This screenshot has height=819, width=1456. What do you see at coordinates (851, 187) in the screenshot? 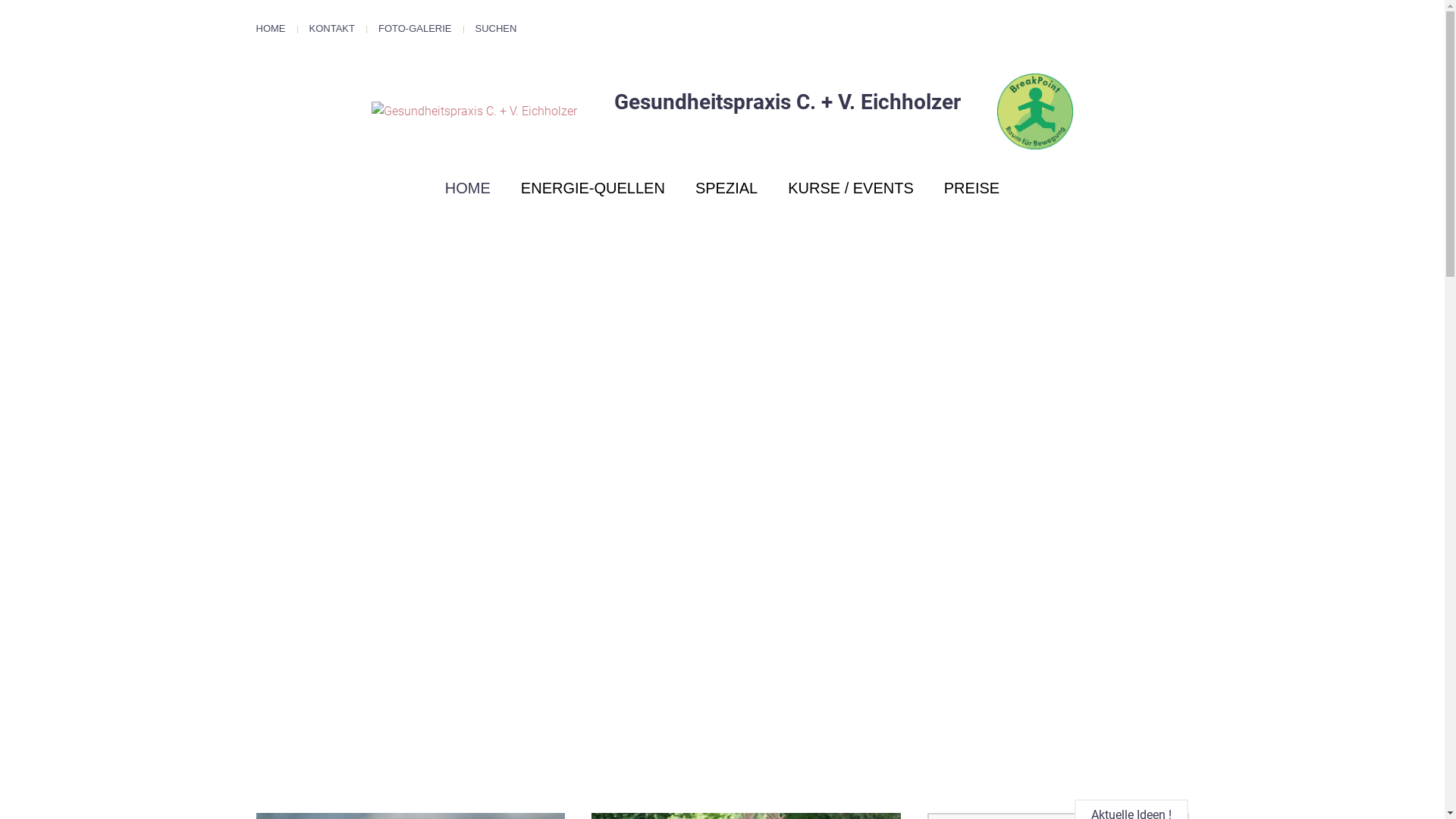
I see `'KURSE / EVENTS'` at bounding box center [851, 187].